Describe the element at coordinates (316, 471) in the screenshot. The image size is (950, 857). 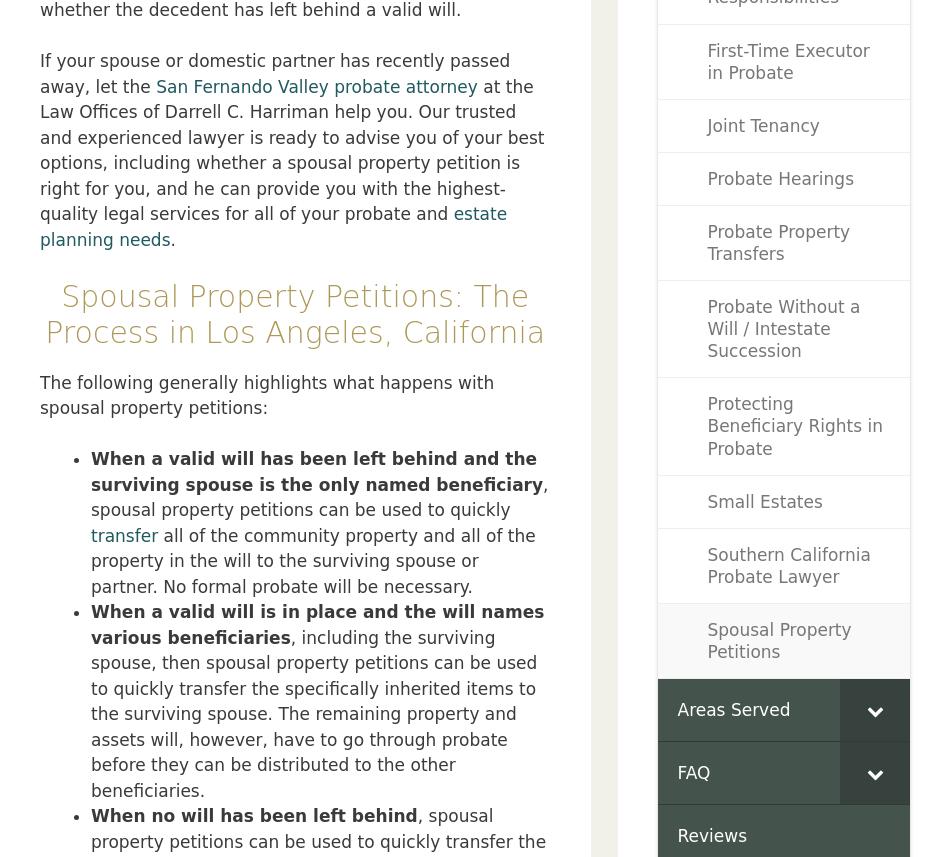
I see `'When a valid will has been left behind and the surviving spouse is the only named beneficiary'` at that location.